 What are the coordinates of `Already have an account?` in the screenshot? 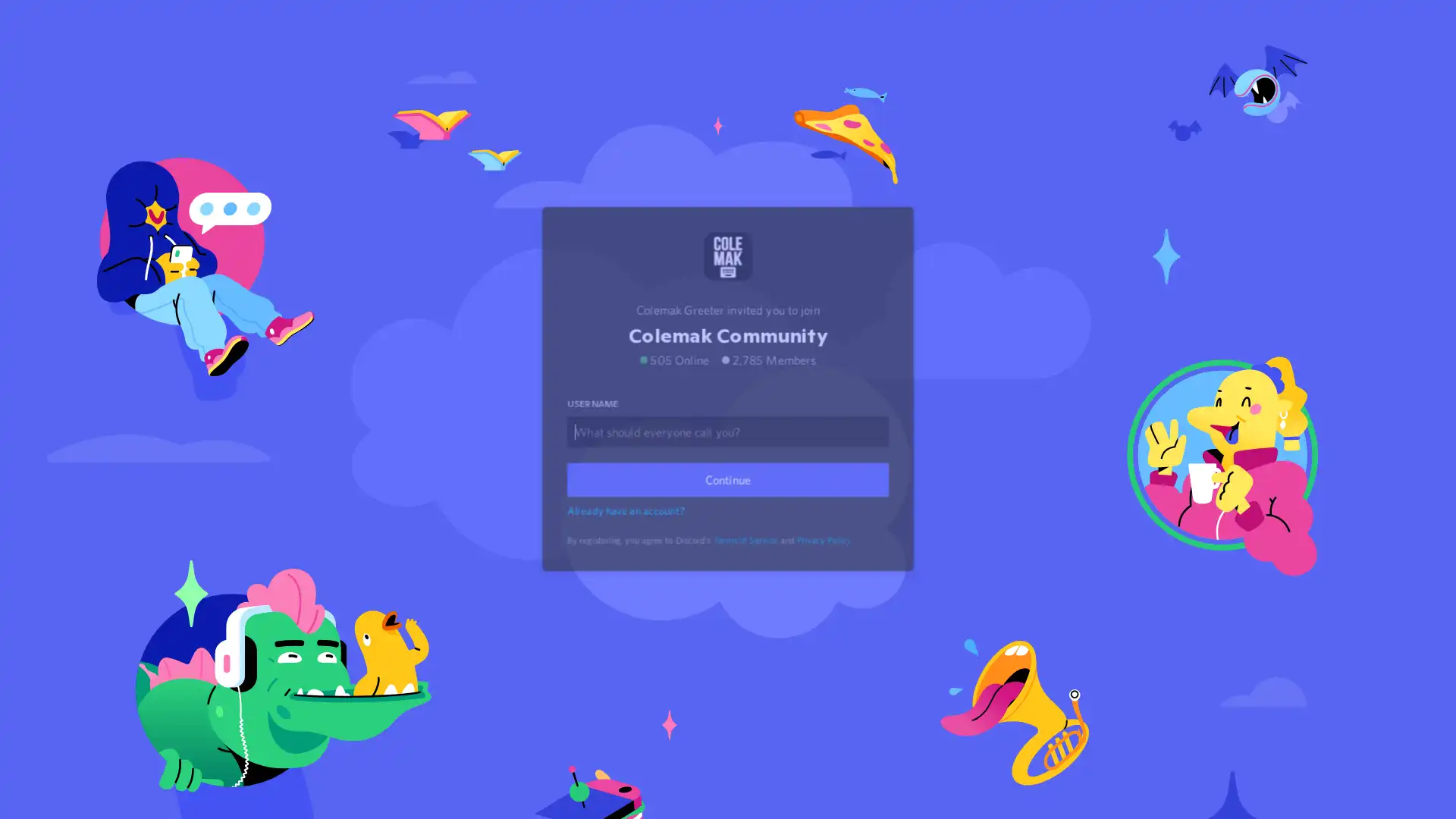 It's located at (628, 528).